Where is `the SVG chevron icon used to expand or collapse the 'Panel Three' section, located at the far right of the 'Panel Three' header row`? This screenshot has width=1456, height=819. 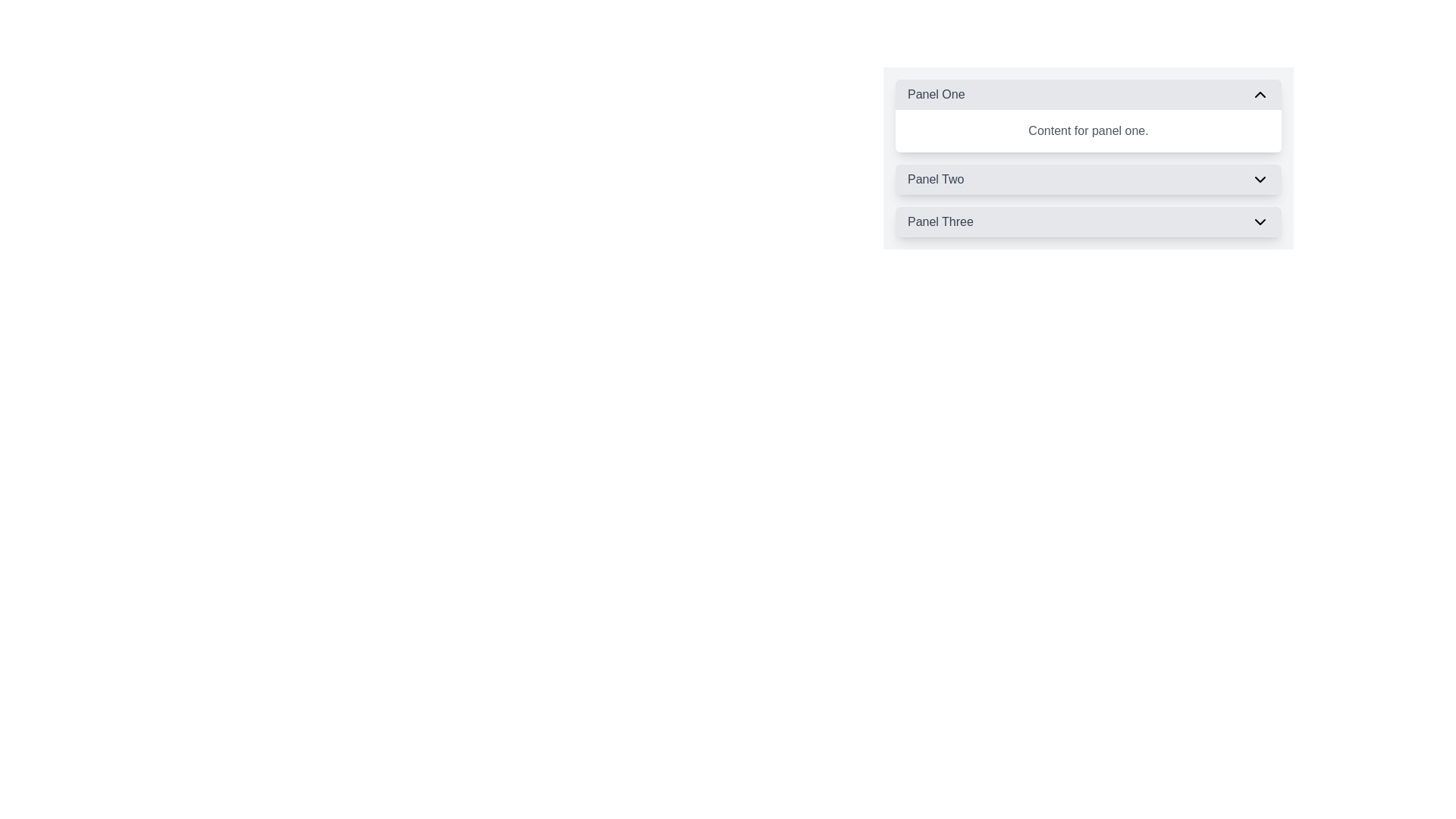
the SVG chevron icon used to expand or collapse the 'Panel Three' section, located at the far right of the 'Panel Three' header row is located at coordinates (1260, 222).